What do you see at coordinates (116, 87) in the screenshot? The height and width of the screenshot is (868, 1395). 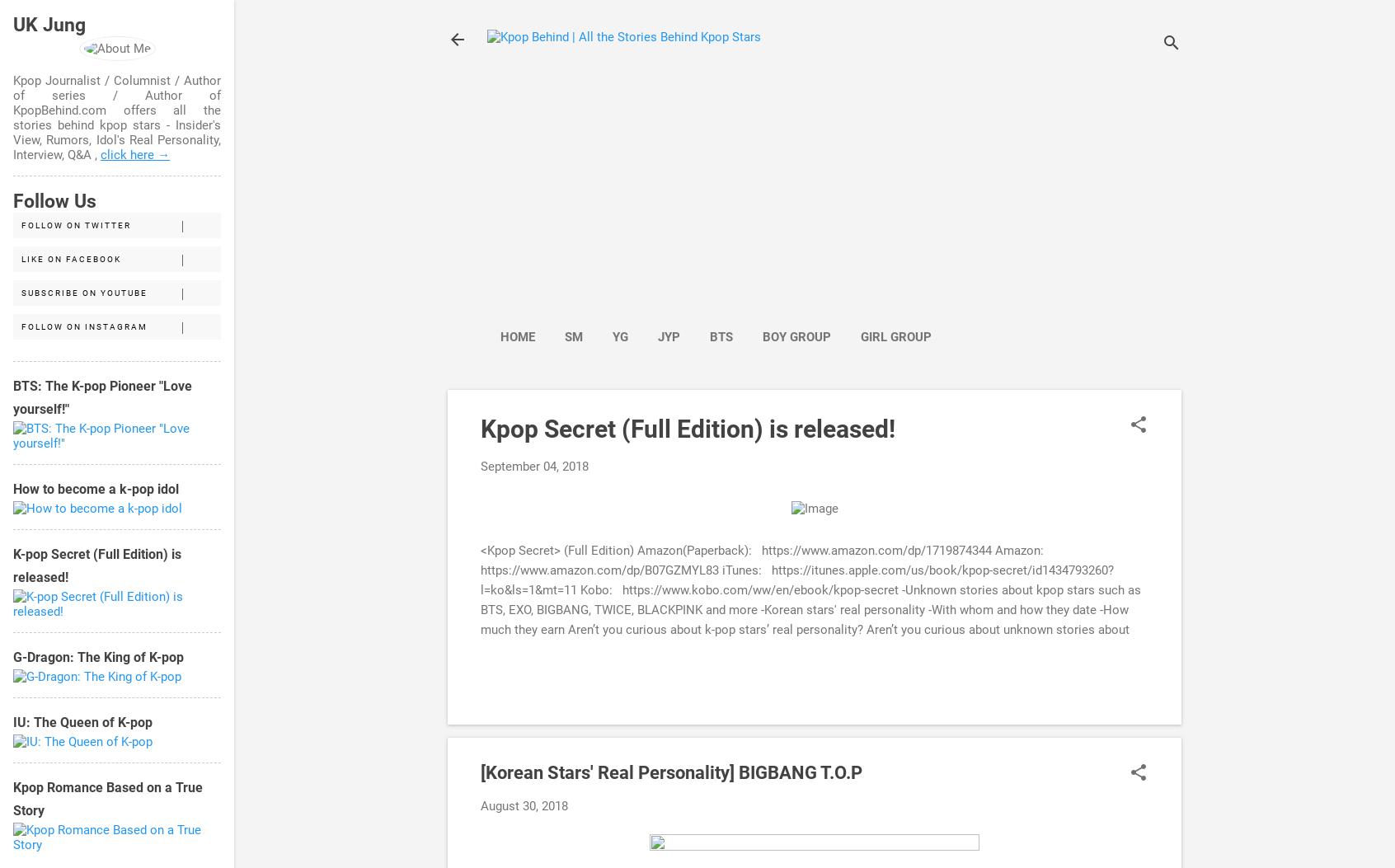 I see `'Kpop Journalist / Columnist / Author of'` at bounding box center [116, 87].